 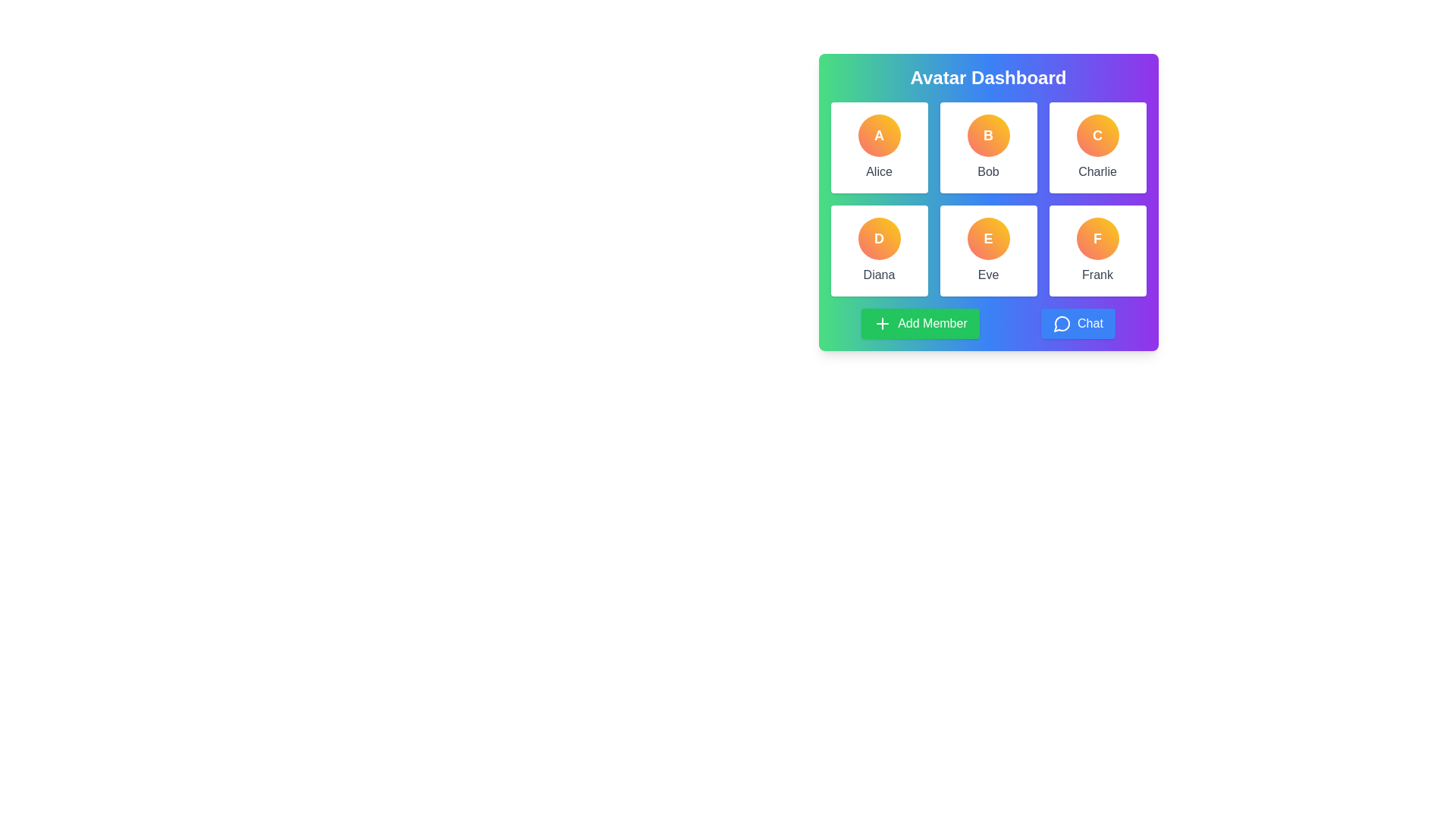 What do you see at coordinates (883, 323) in the screenshot?
I see `the 'plus' icon located within the green 'Add Member' button on the left side of the button text` at bounding box center [883, 323].